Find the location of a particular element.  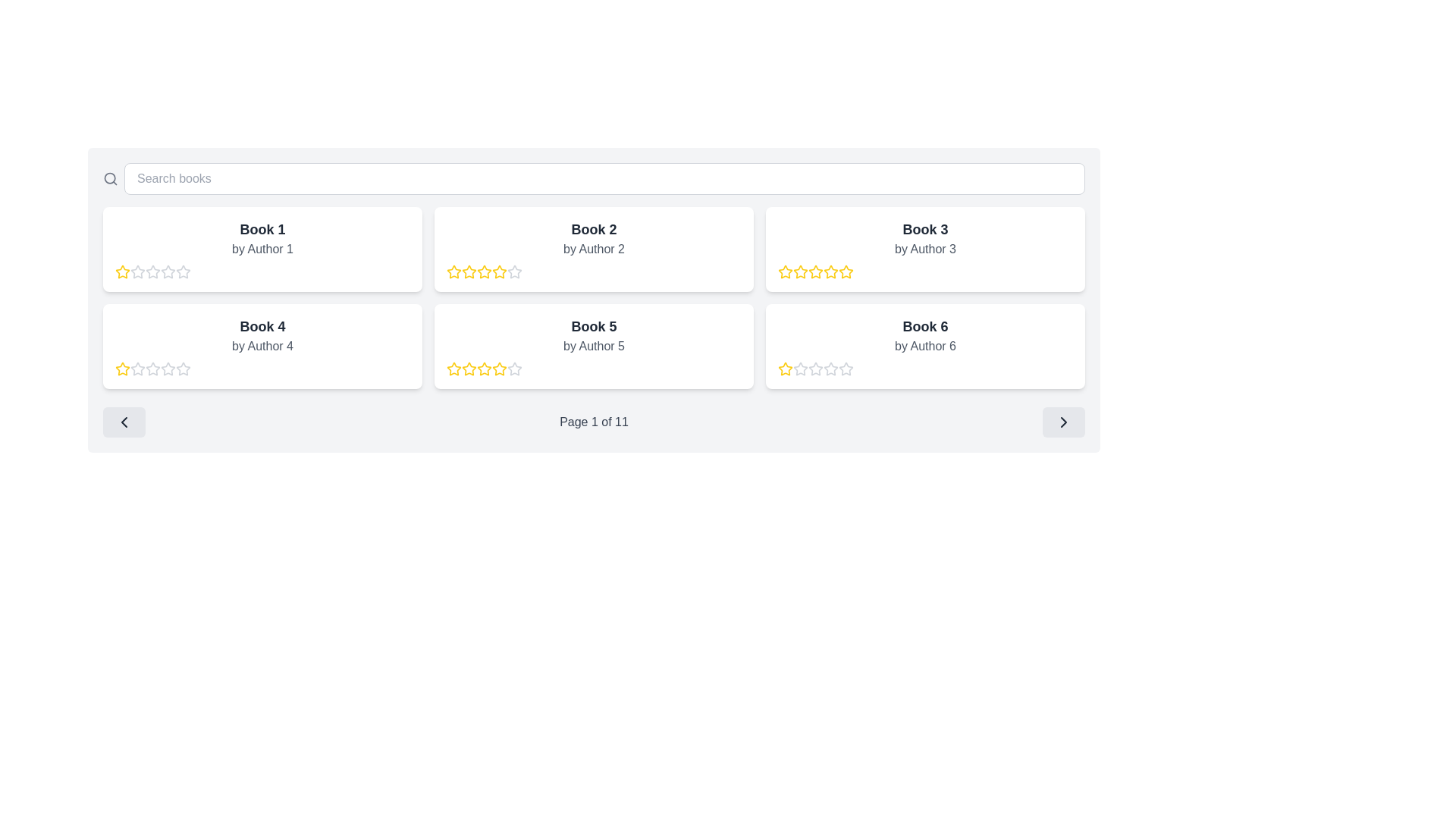

the fifth star icon in the star rating component for 'Book 5 by Author 5' is located at coordinates (499, 369).